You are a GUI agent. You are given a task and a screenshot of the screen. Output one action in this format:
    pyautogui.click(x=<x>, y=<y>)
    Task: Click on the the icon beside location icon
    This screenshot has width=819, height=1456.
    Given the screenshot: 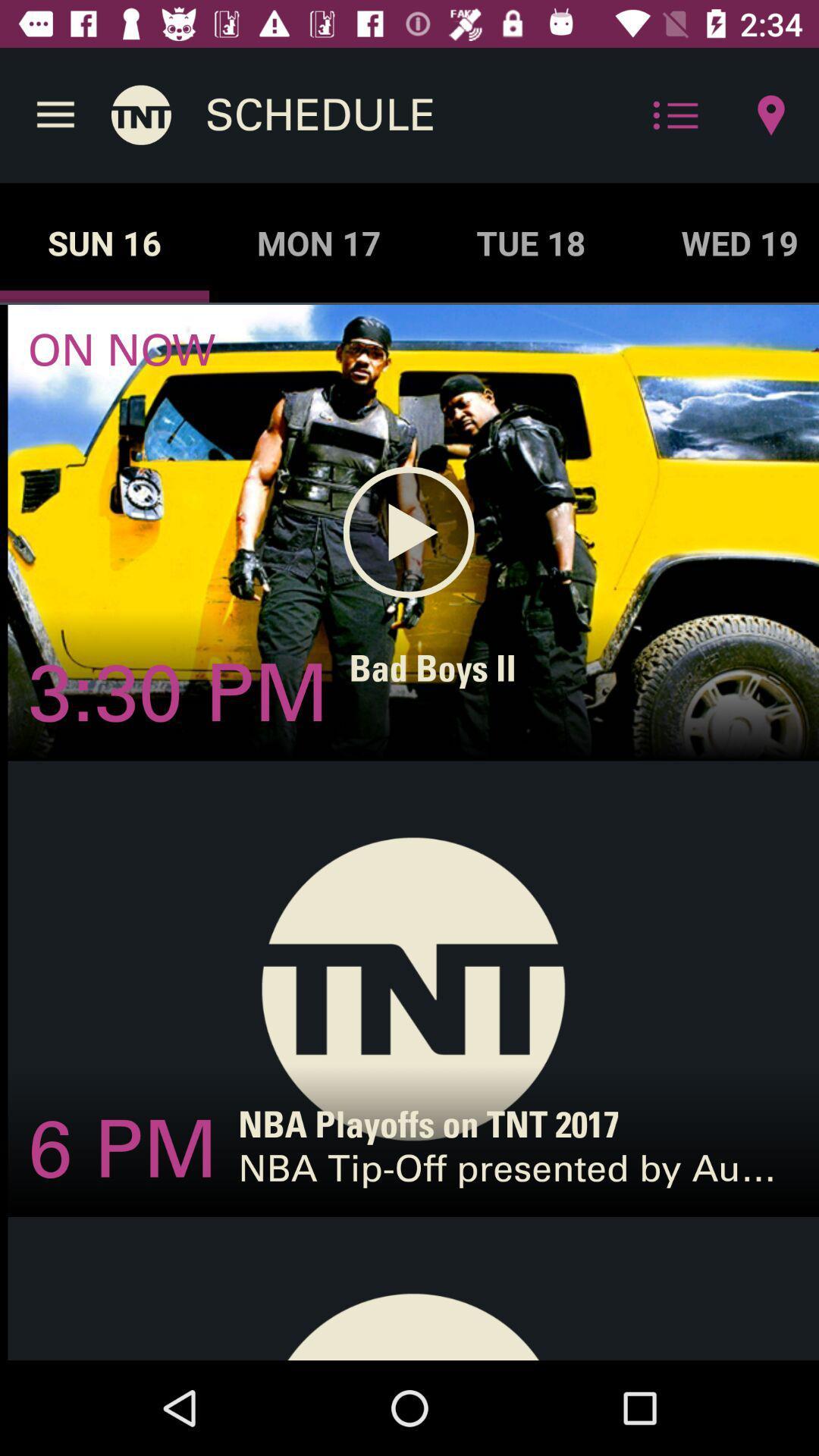 What is the action you would take?
    pyautogui.click(x=675, y=115)
    